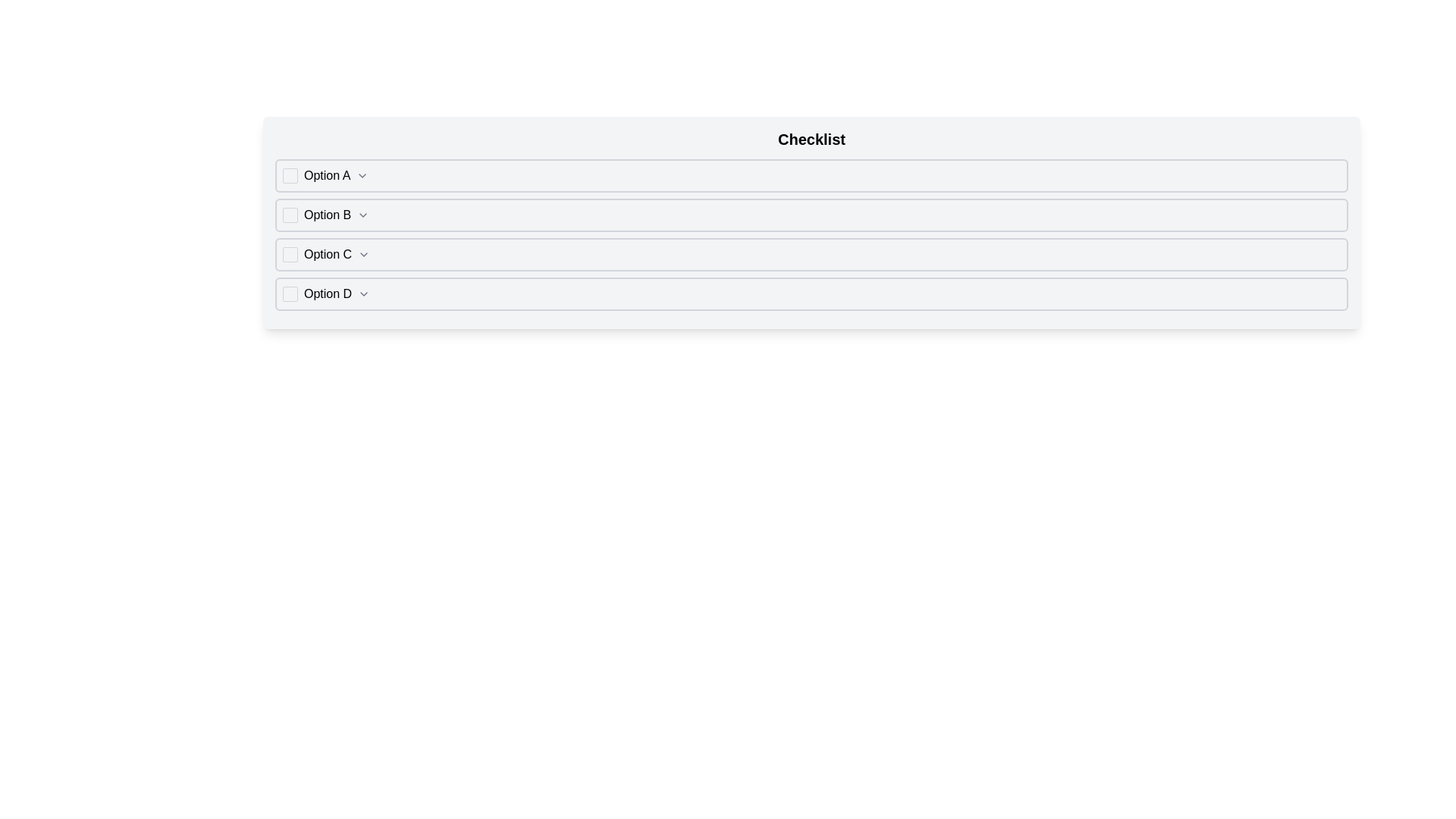 Image resolution: width=1456 pixels, height=819 pixels. What do you see at coordinates (290, 215) in the screenshot?
I see `the checkbox located at the left side of the row labeled 'Option B'` at bounding box center [290, 215].